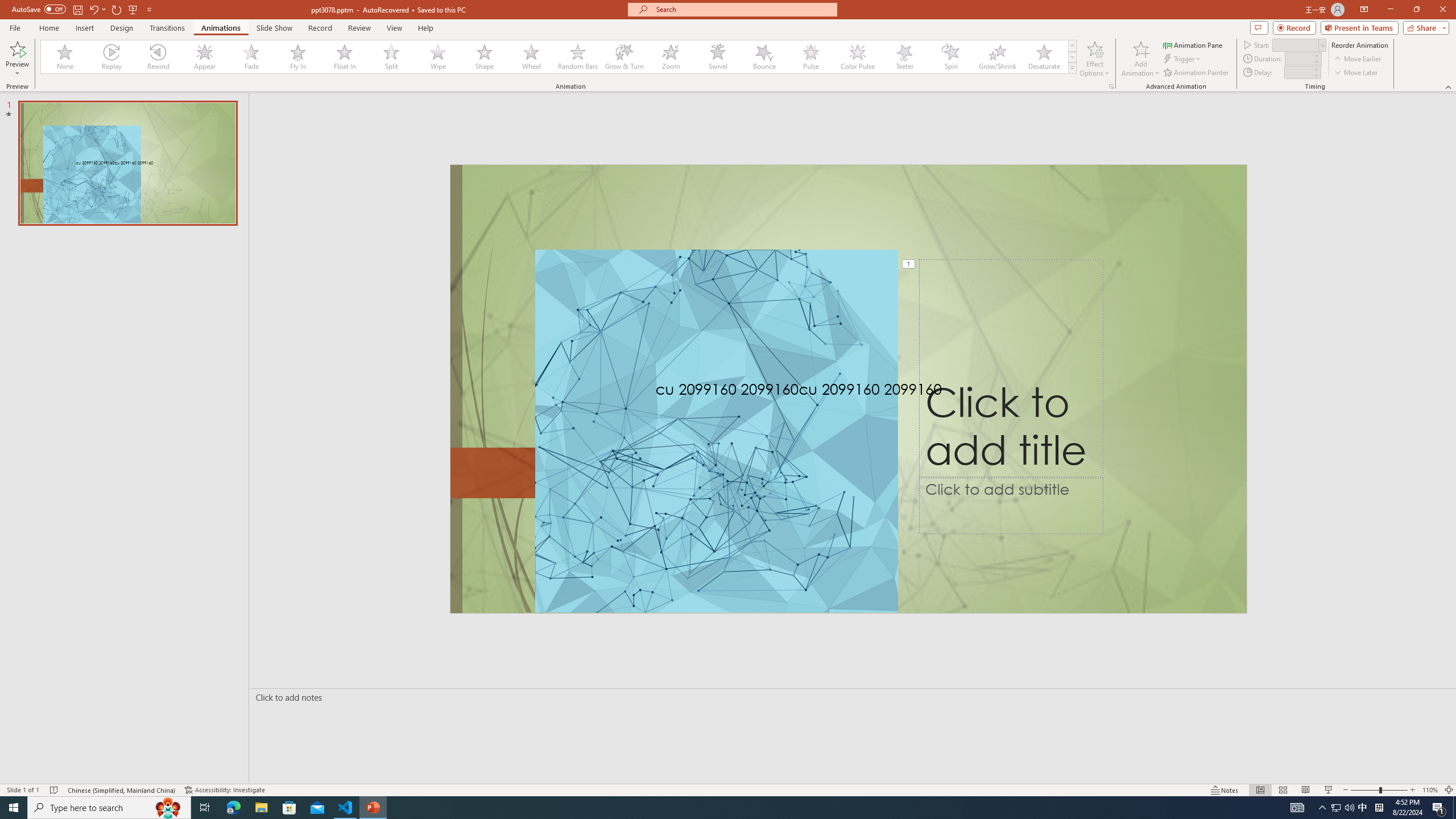 Image resolution: width=1456 pixels, height=819 pixels. I want to click on 'Animation Pane', so click(1194, 44).